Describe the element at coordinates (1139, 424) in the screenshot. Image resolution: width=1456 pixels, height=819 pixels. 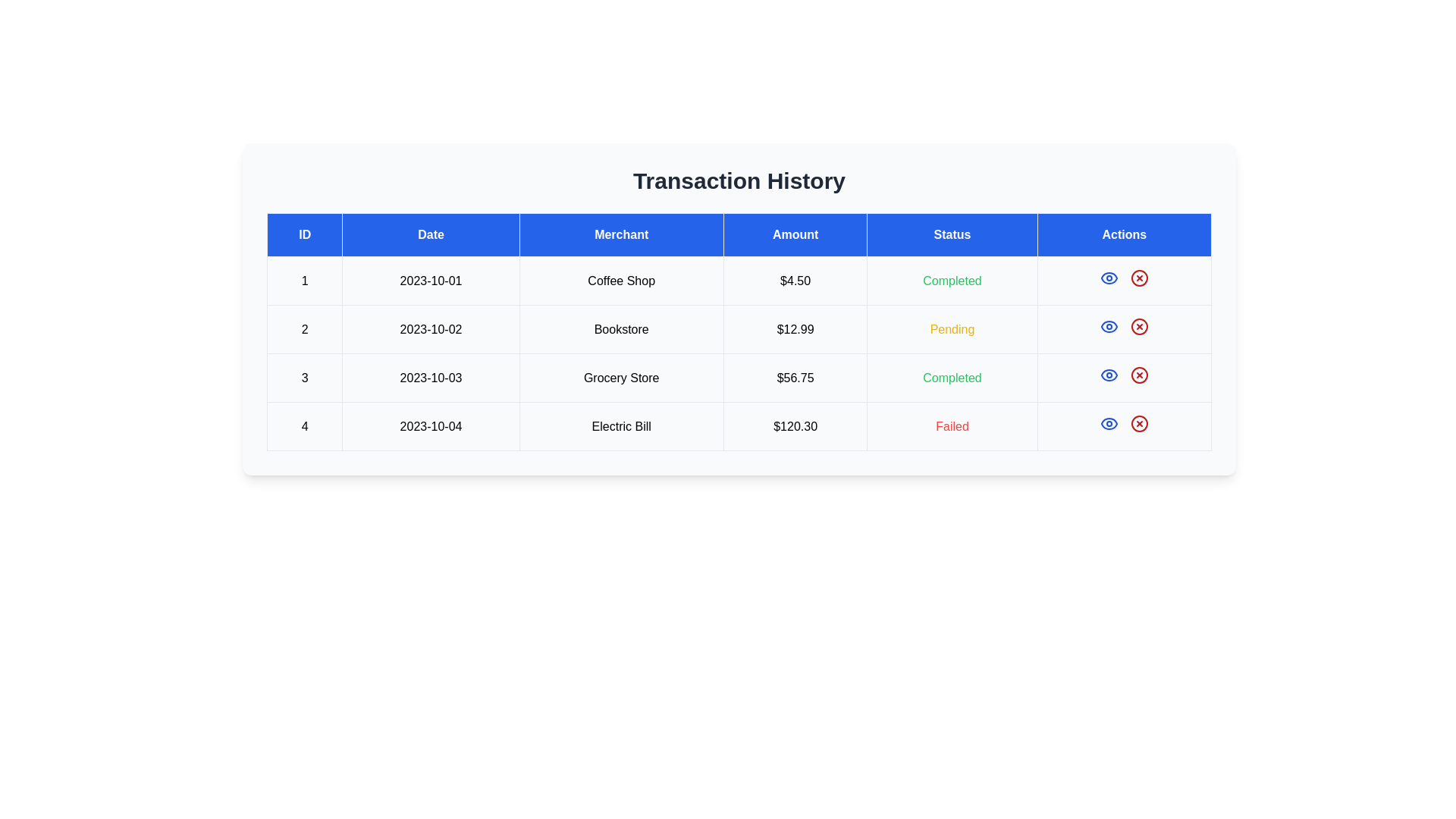
I see `the delete button for transaction with ID 4` at that location.